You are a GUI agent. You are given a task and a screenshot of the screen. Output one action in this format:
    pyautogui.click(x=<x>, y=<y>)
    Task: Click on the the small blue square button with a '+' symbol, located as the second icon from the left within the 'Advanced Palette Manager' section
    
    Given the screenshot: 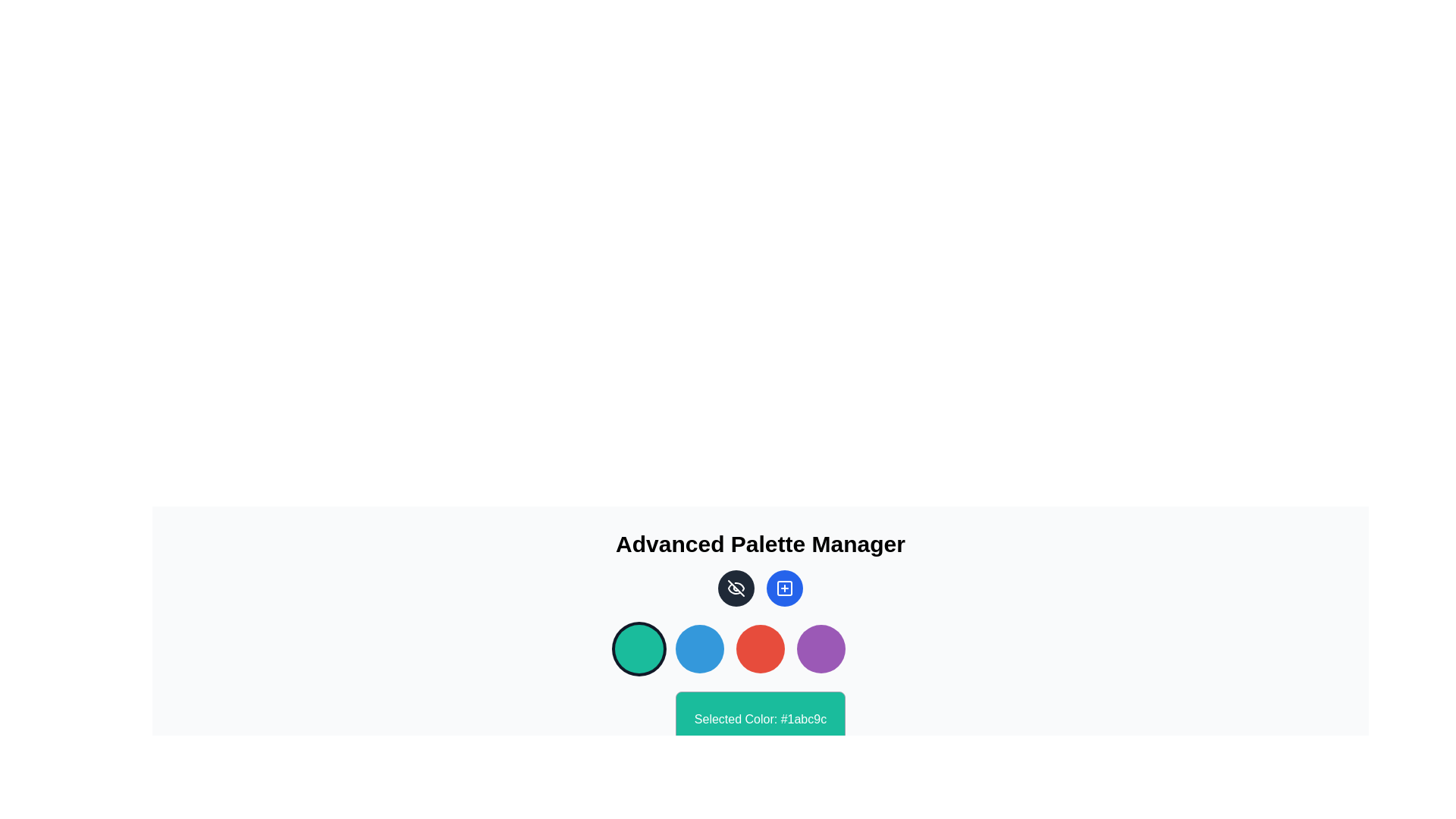 What is the action you would take?
    pyautogui.click(x=785, y=587)
    